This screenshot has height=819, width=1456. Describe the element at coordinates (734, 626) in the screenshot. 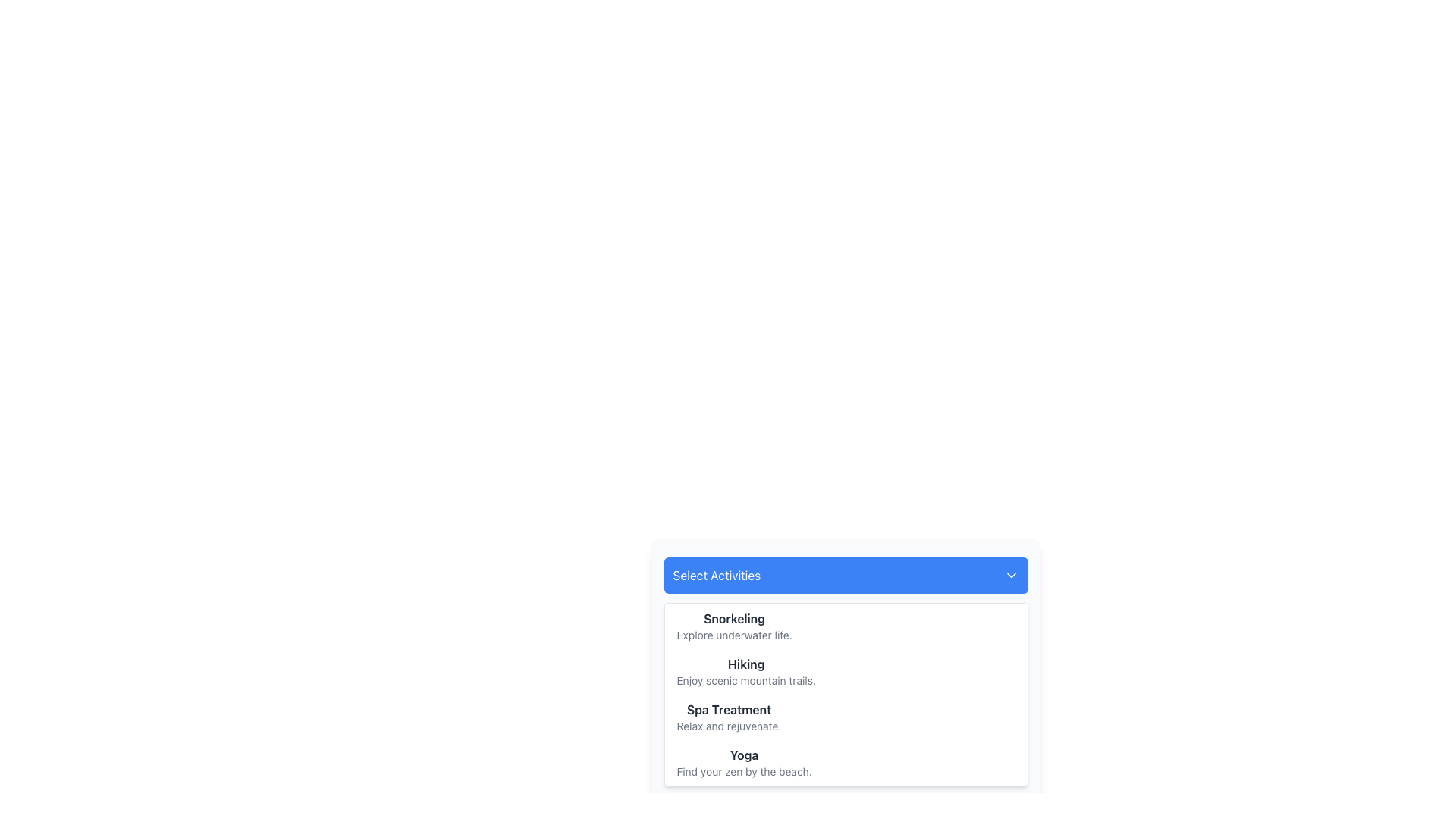

I see `the first textual list item titled 'Snorkeling' with the subtitle 'Explore underwater life'` at that location.